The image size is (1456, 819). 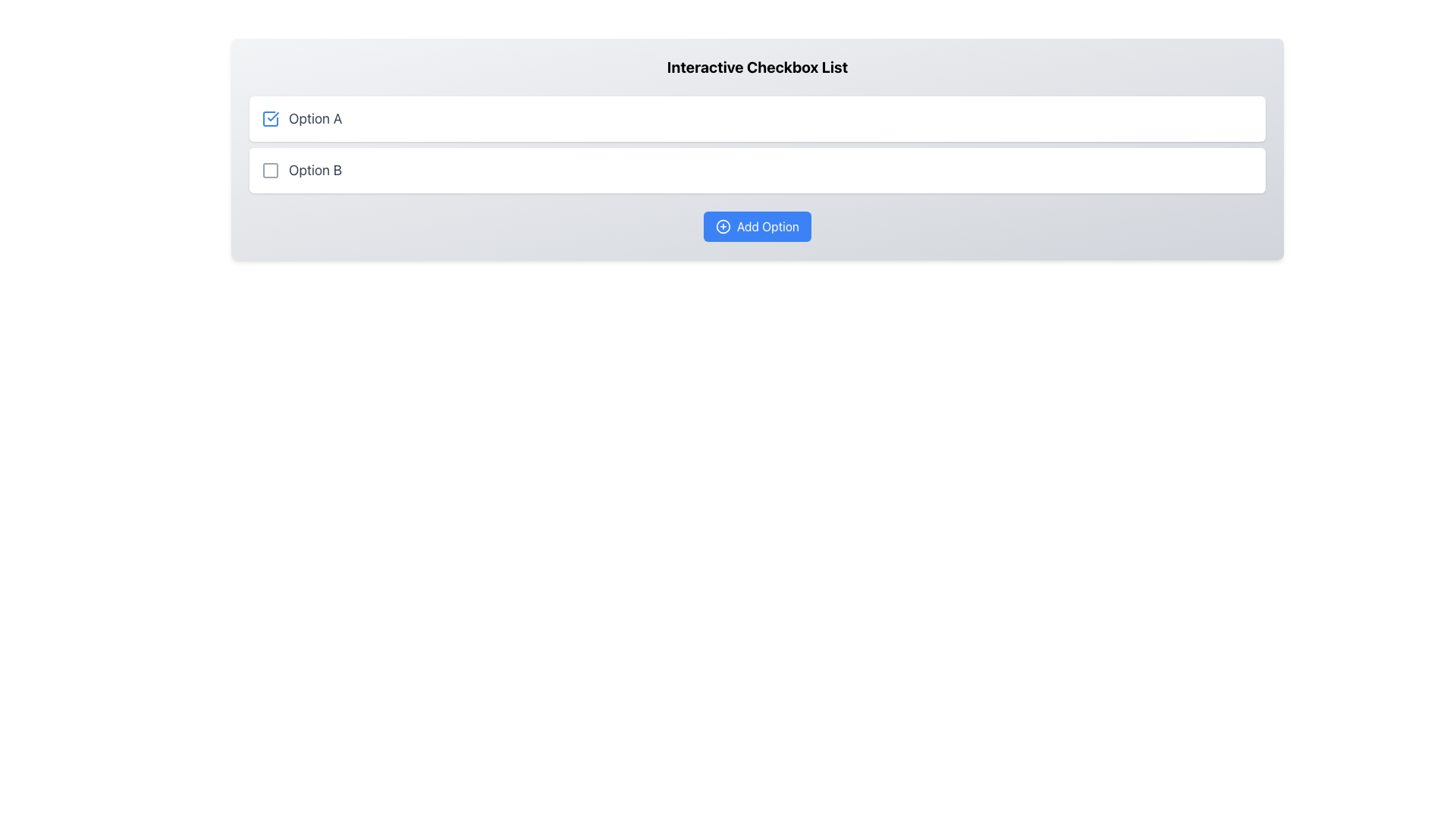 What do you see at coordinates (270, 118) in the screenshot?
I see `the checkbox located to the left of the text 'Option A'` at bounding box center [270, 118].